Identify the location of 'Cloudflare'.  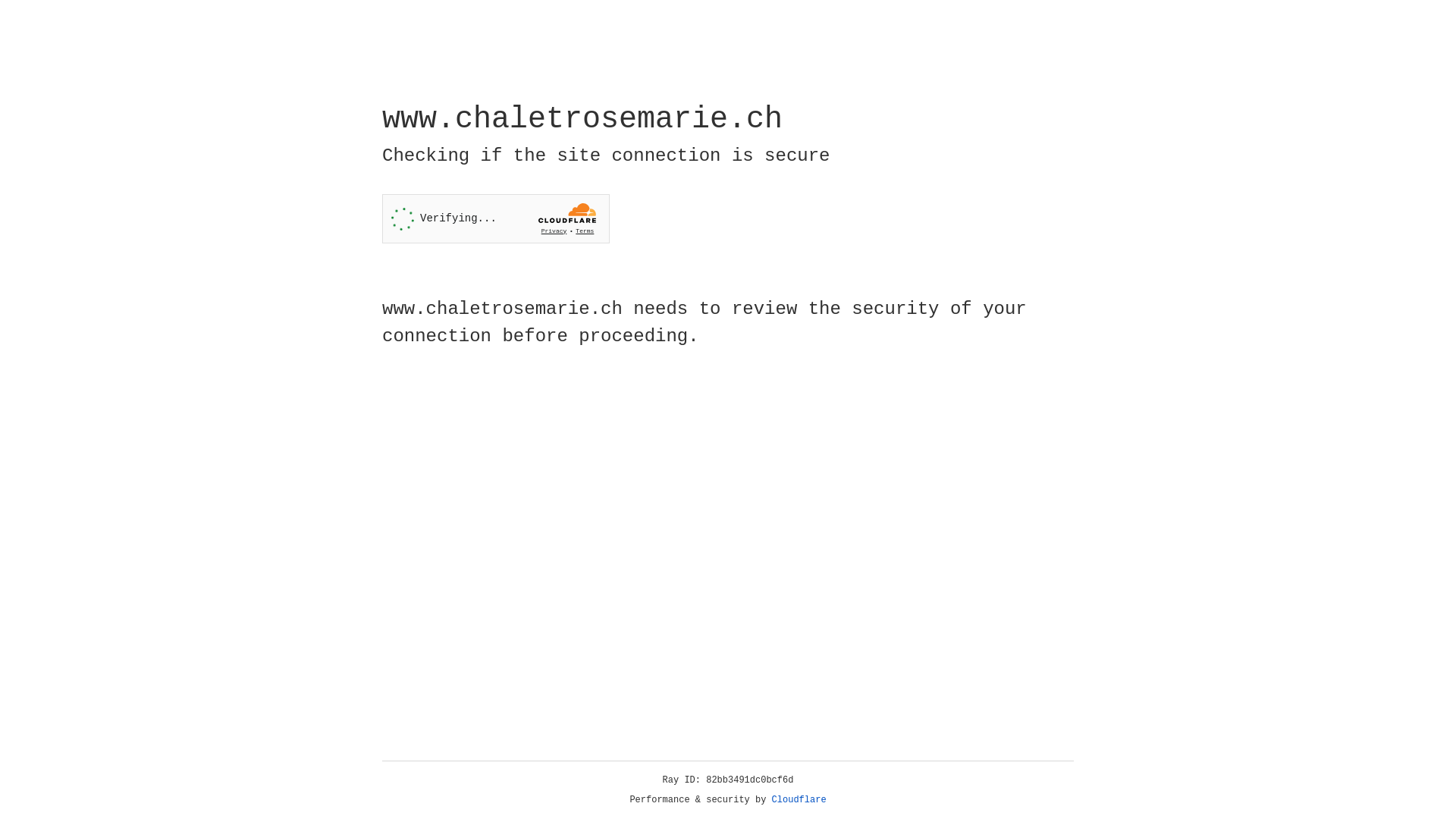
(799, 799).